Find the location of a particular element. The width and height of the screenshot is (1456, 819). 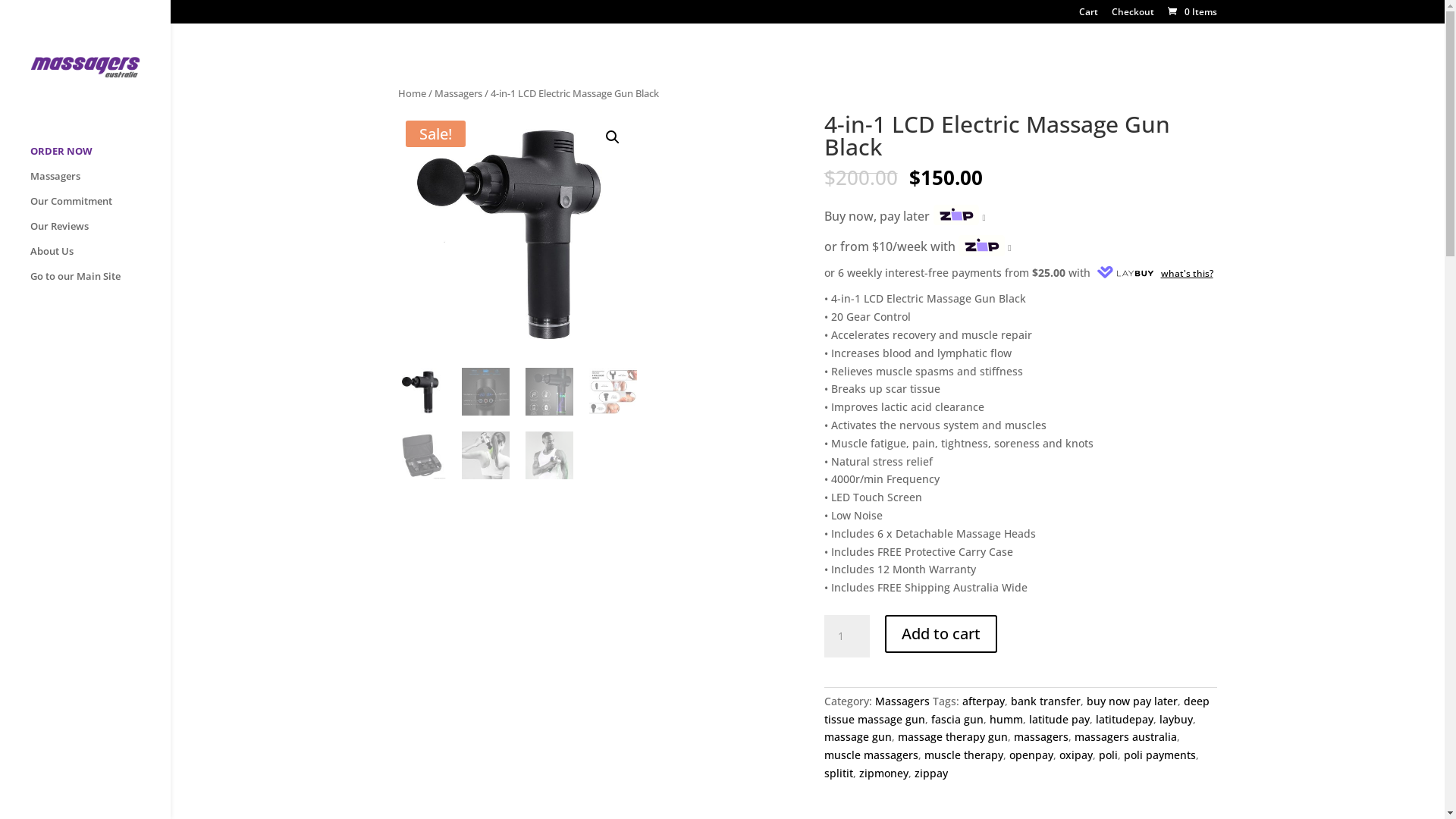

'muscle massagers' is located at coordinates (871, 755).